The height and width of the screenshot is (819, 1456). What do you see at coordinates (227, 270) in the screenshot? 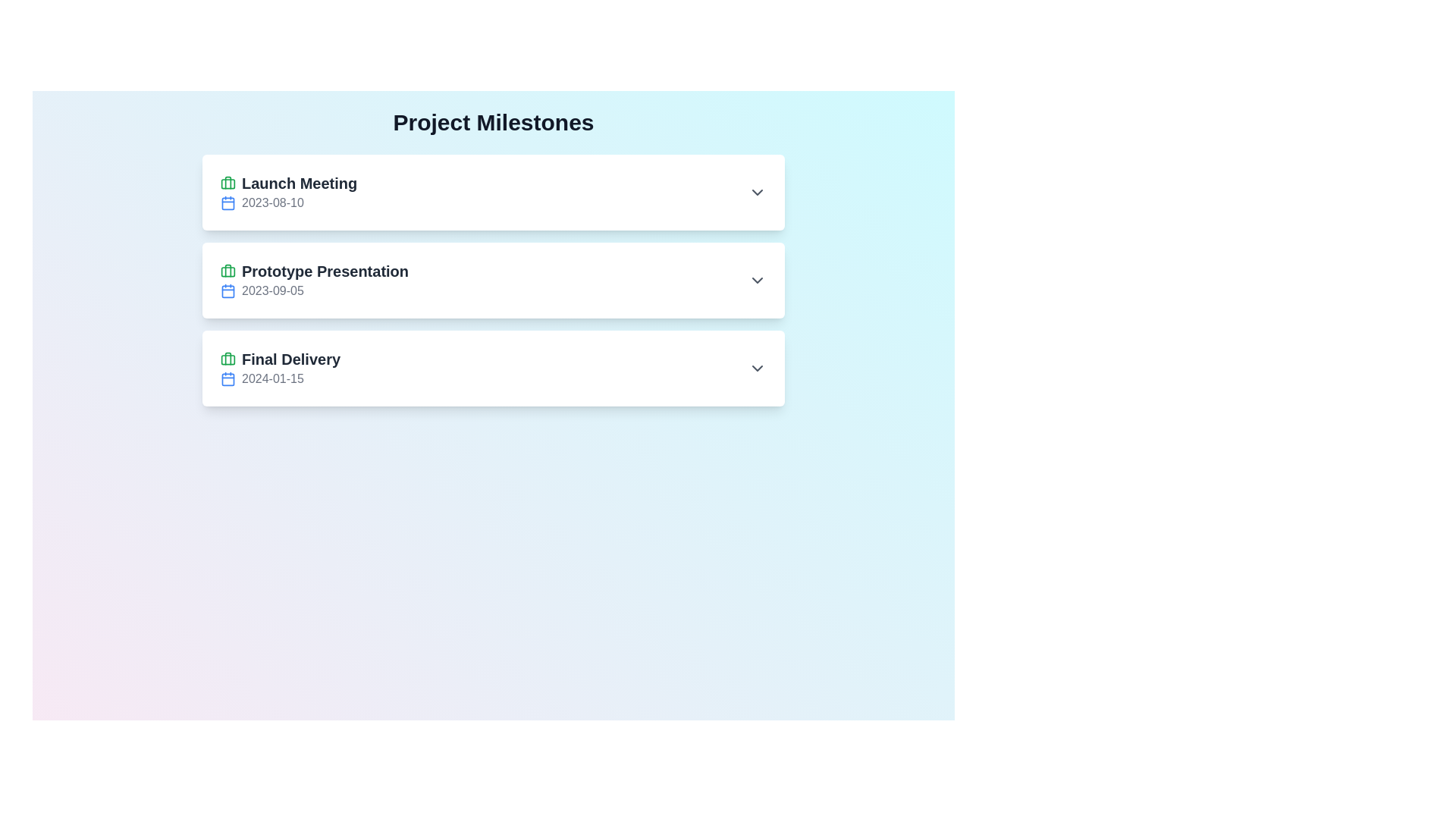
I see `the leftmost vertical bar of the briefcase icon located to the left of the 'Launch Meeting' milestone in the project milestones component` at bounding box center [227, 270].